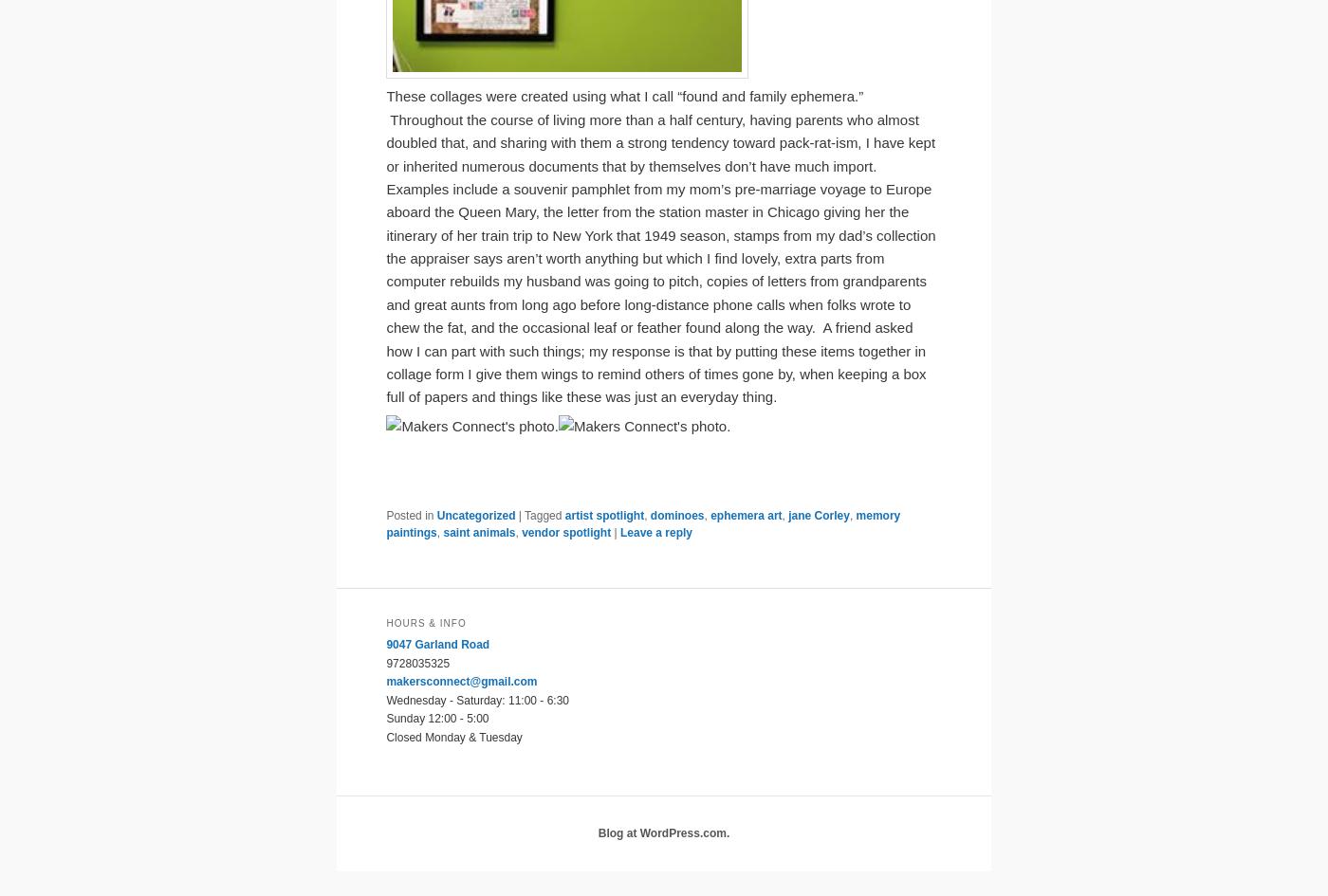 The image size is (1328, 896). I want to click on 'Hours & Info', so click(425, 622).